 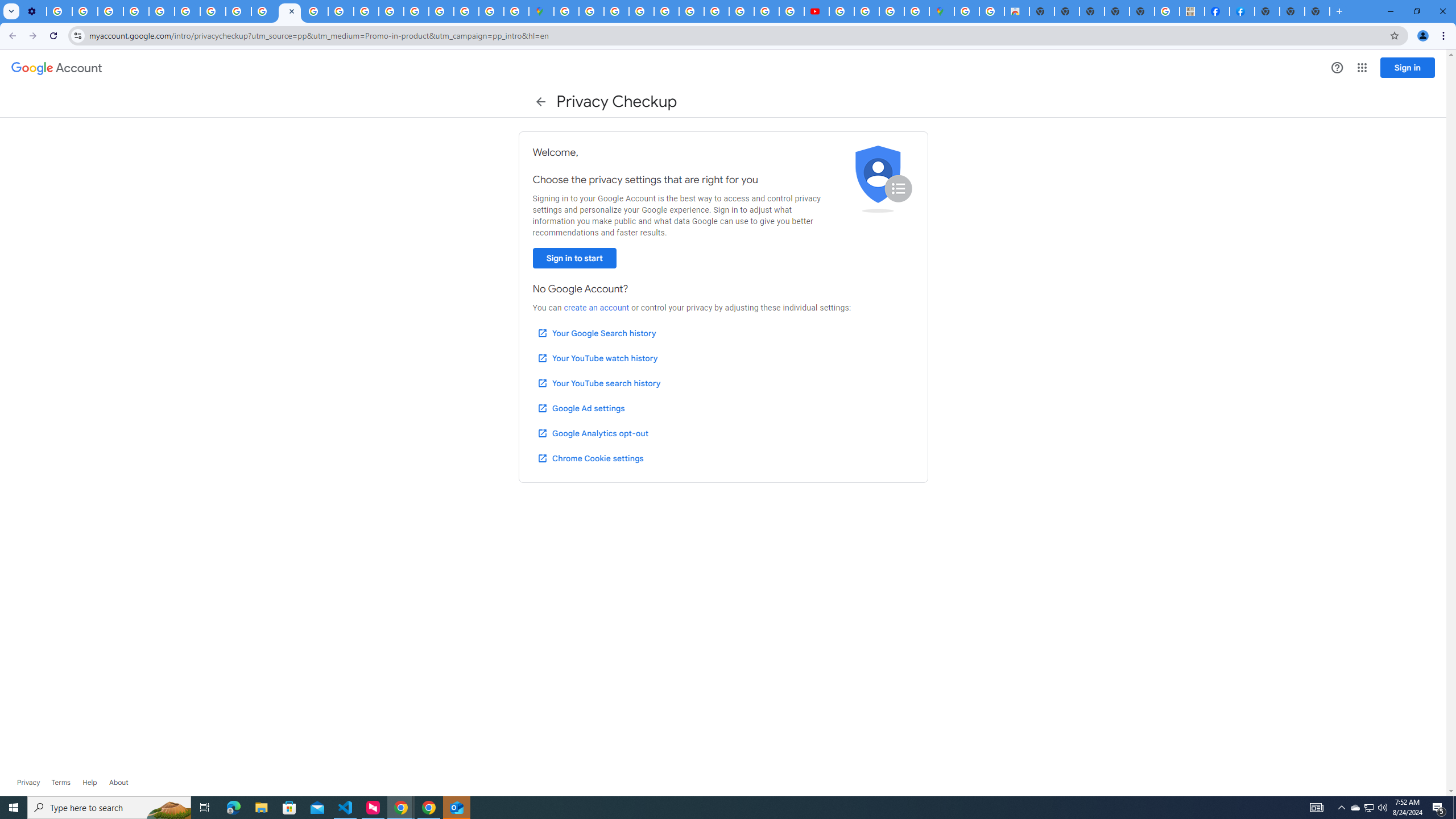 I want to click on 'Google Analytics opt-out', so click(x=591, y=433).